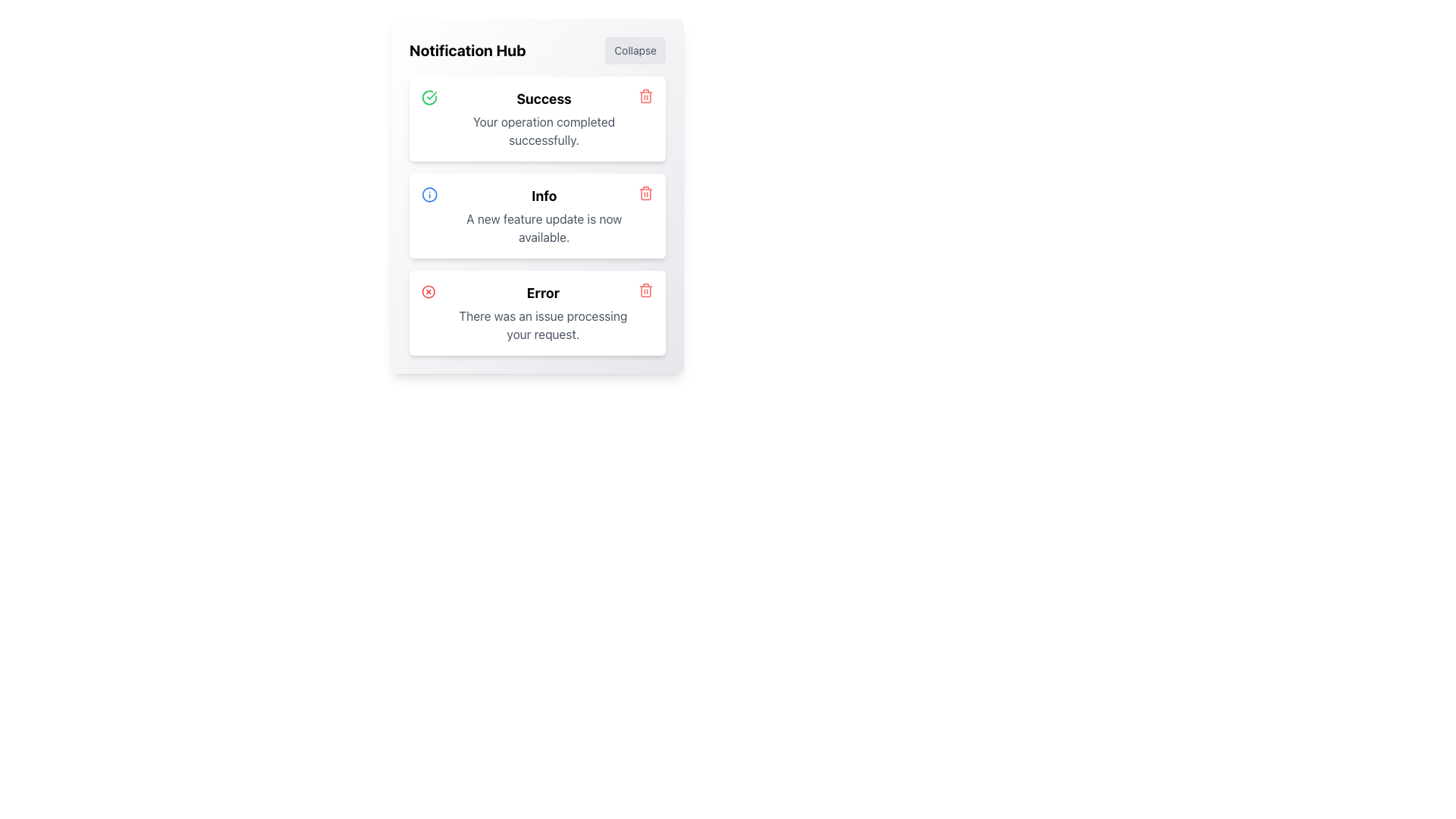 This screenshot has height=819, width=1456. Describe the element at coordinates (428, 194) in the screenshot. I see `the informational icon located in the second notification box labeled 'Info', which contains the text 'A new feature update is now available.'` at that location.